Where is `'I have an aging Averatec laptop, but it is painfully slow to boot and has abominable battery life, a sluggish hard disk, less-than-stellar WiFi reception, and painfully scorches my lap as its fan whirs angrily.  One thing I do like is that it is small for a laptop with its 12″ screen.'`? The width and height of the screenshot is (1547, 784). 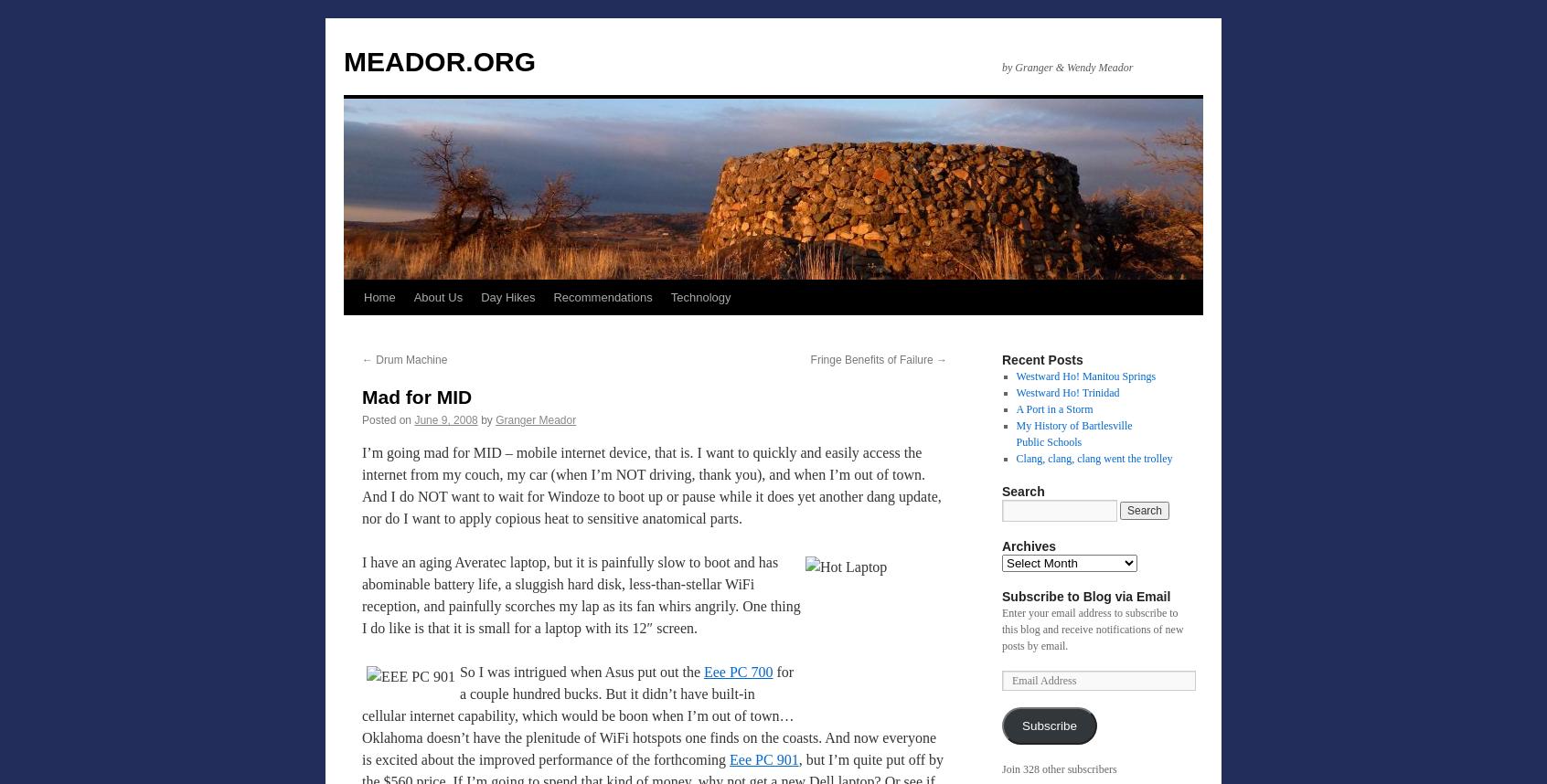 'I have an aging Averatec laptop, but it is painfully slow to boot and has abominable battery life, a sluggish hard disk, less-than-stellar WiFi reception, and painfully scorches my lap as its fan whirs angrily.  One thing I do like is that it is small for a laptop with its 12″ screen.' is located at coordinates (580, 594).